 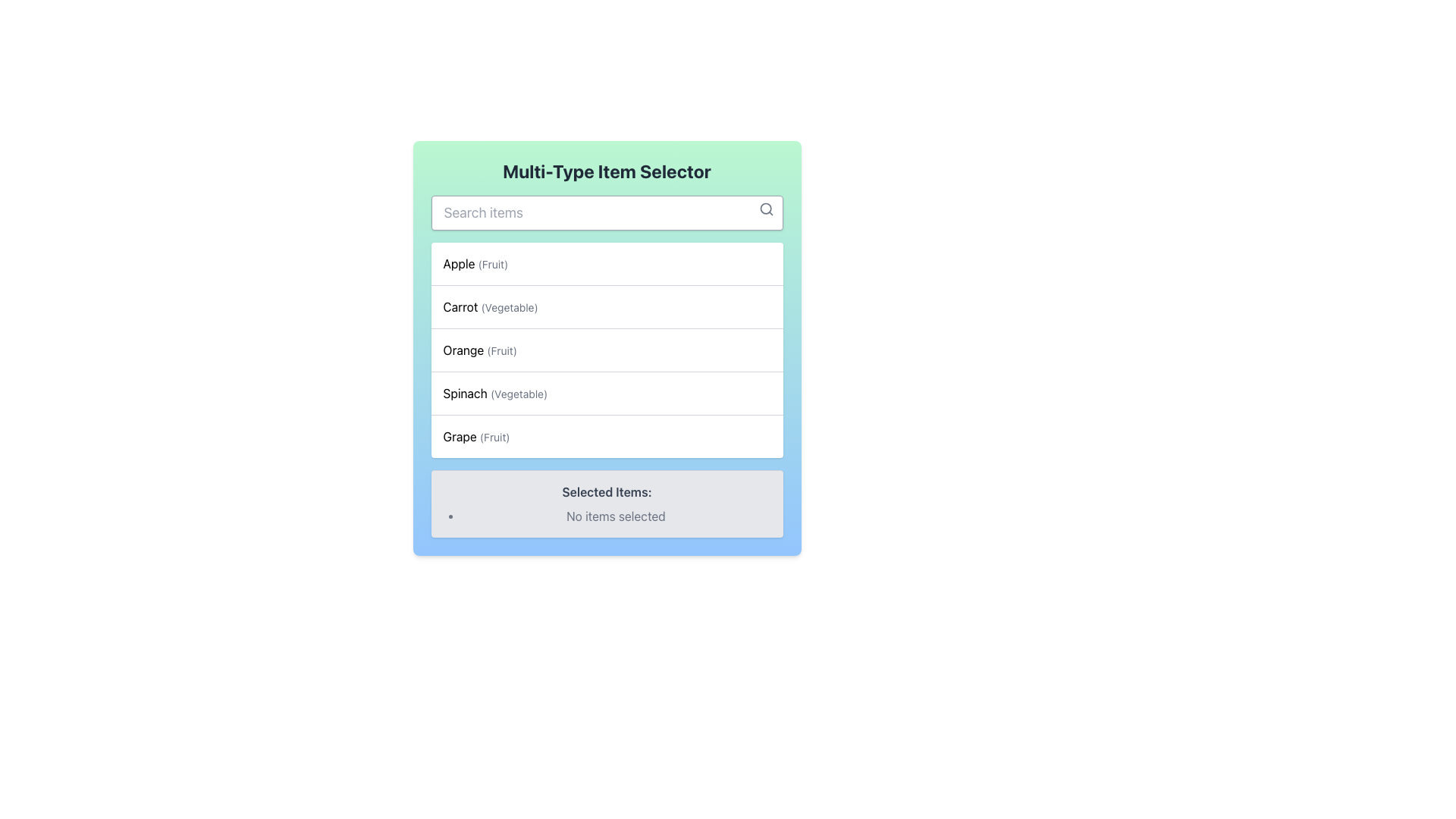 I want to click on the text label that displays 'No items selected', which is styled in gray color and located beneath the 'Selected Items:' label, so click(x=616, y=516).